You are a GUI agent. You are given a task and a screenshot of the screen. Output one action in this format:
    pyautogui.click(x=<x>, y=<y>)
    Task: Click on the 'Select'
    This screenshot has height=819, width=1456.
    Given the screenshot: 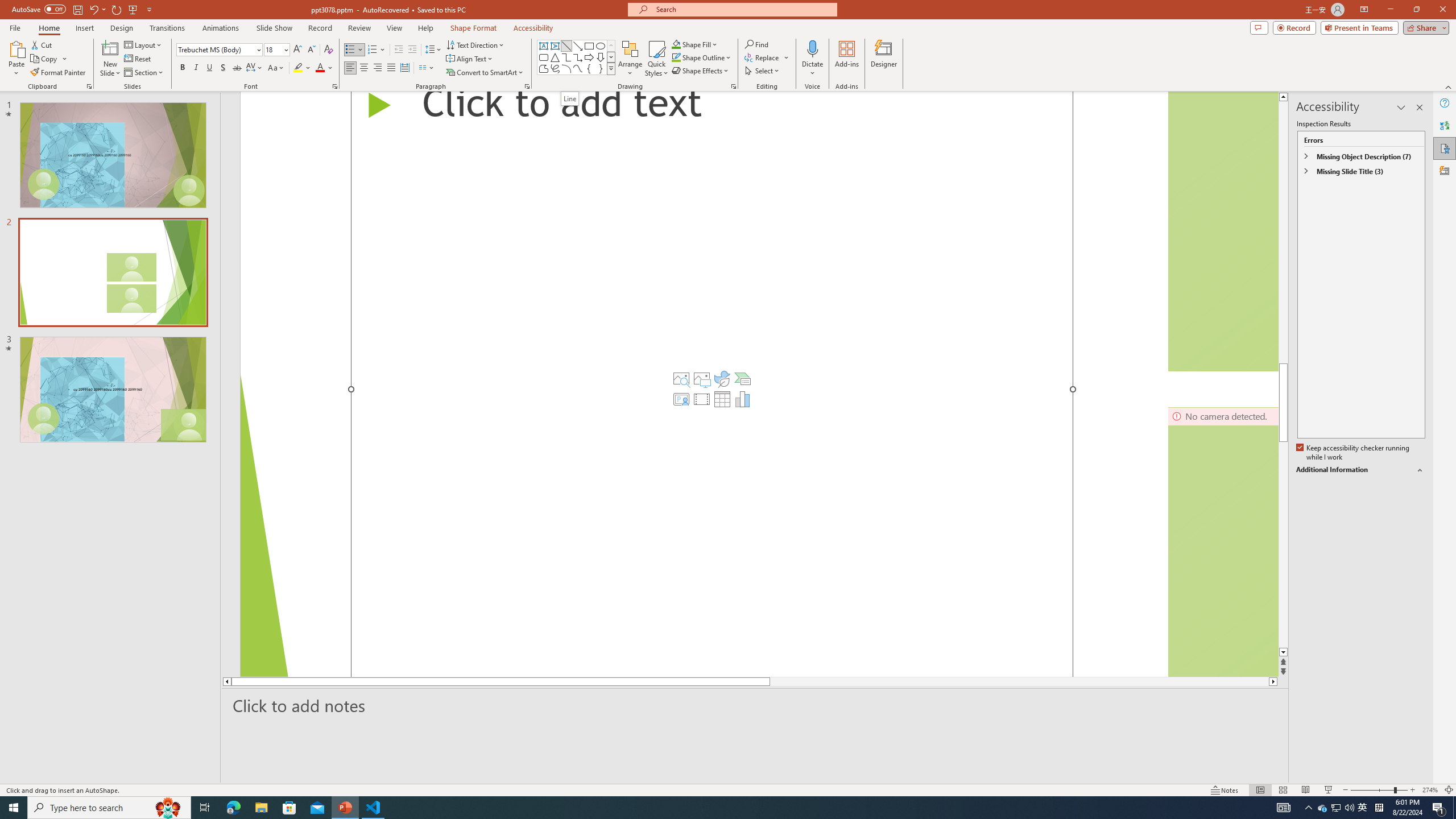 What is the action you would take?
    pyautogui.click(x=763, y=69)
    